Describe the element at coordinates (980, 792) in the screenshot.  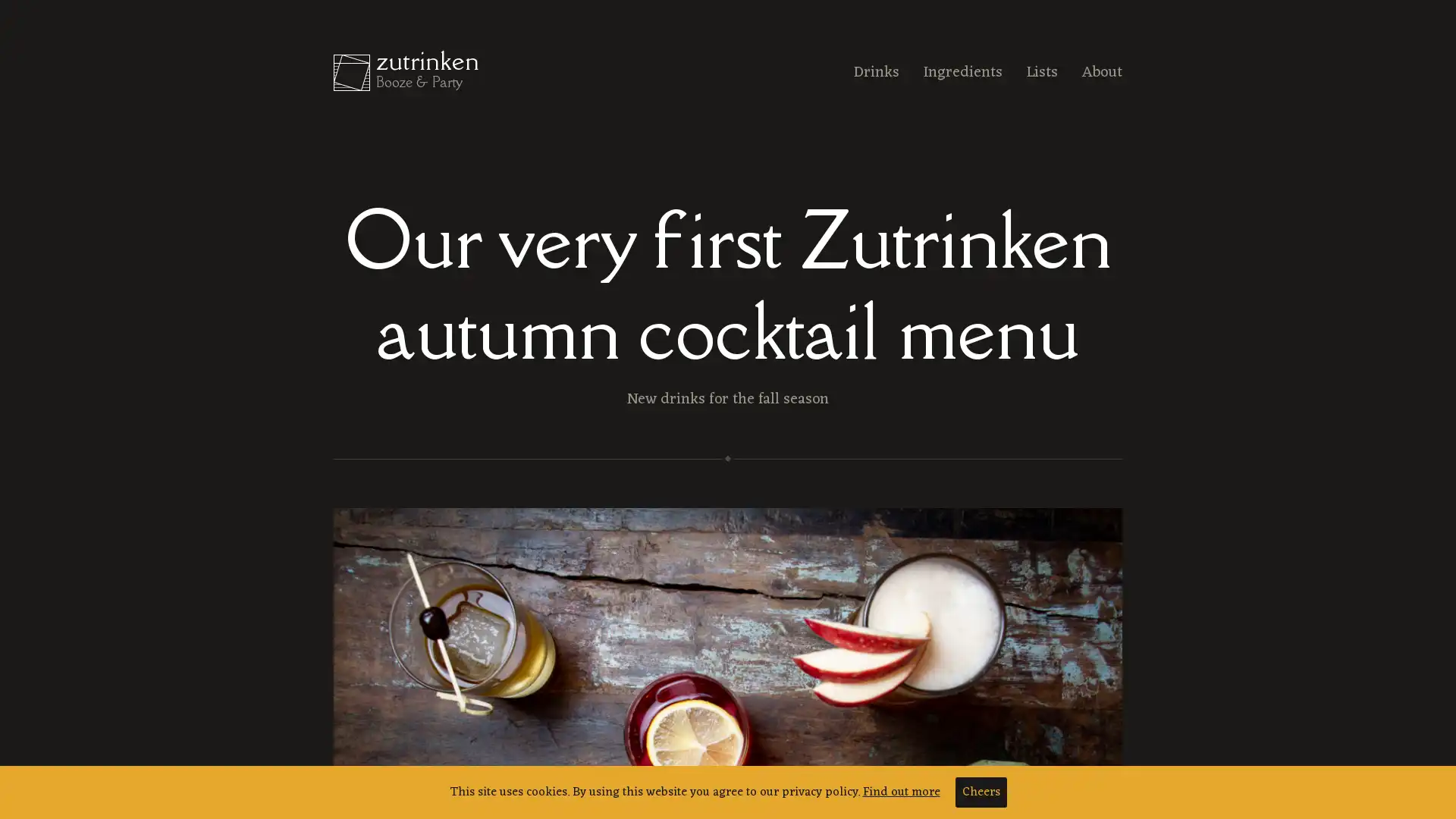
I see `Cheers` at that location.